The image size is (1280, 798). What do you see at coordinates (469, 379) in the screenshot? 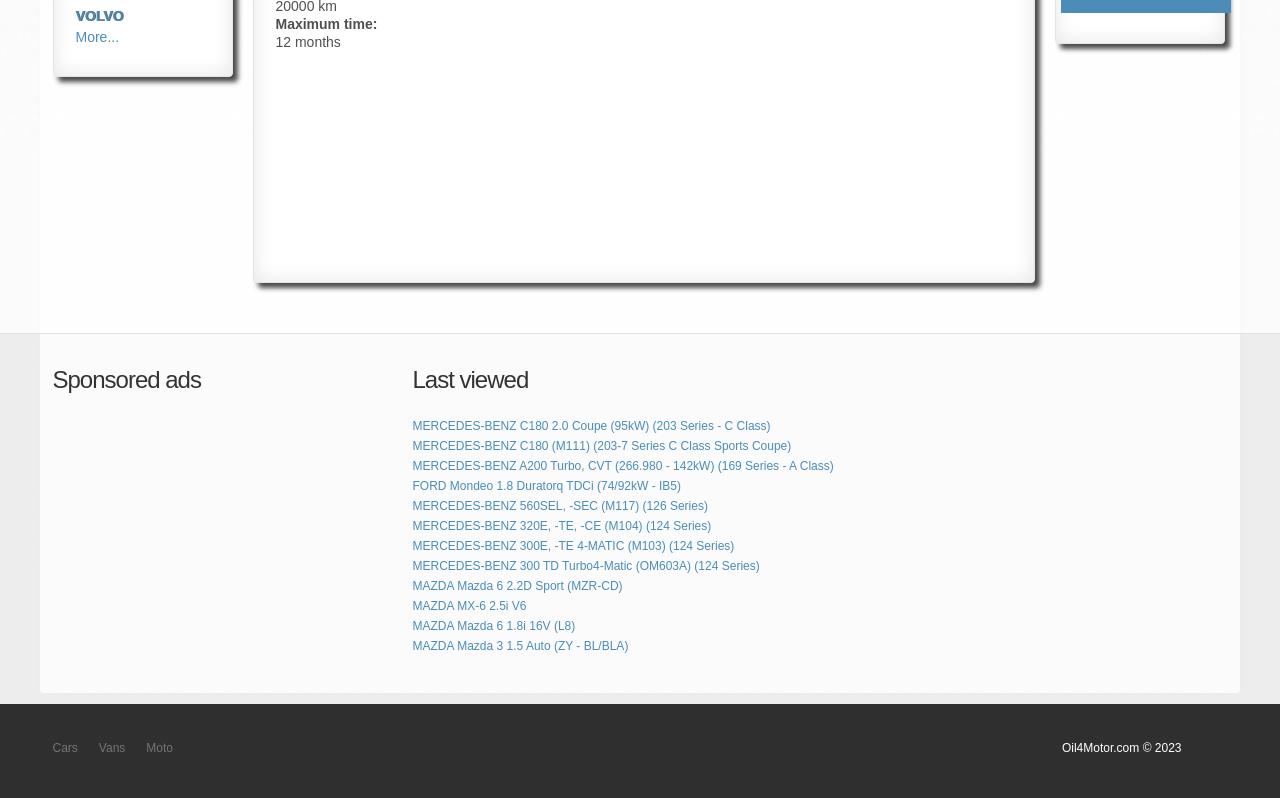
I see `'Last viewed'` at bounding box center [469, 379].